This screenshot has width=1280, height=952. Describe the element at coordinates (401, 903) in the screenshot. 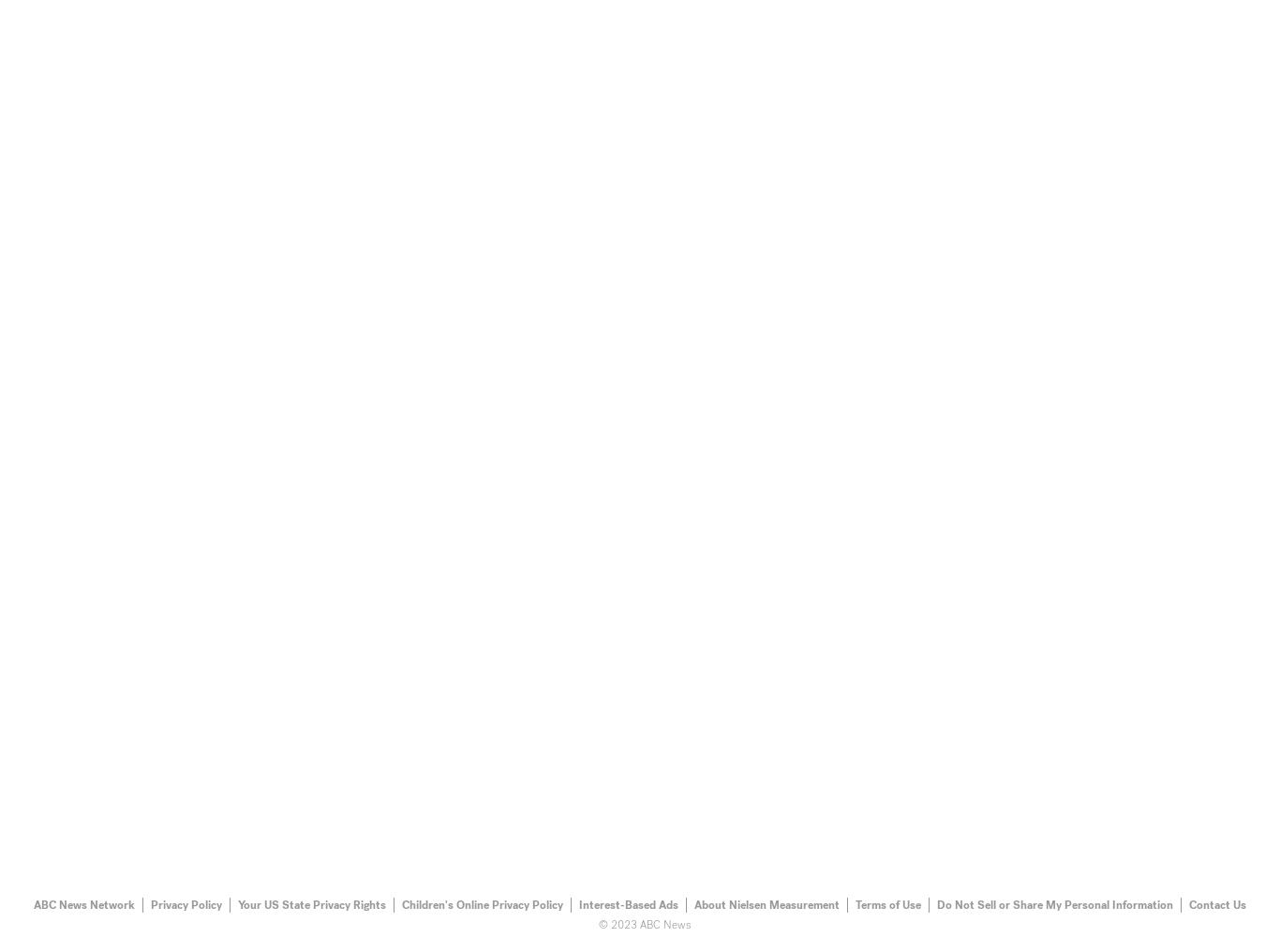

I see `'Children's Online Privacy Policy'` at that location.